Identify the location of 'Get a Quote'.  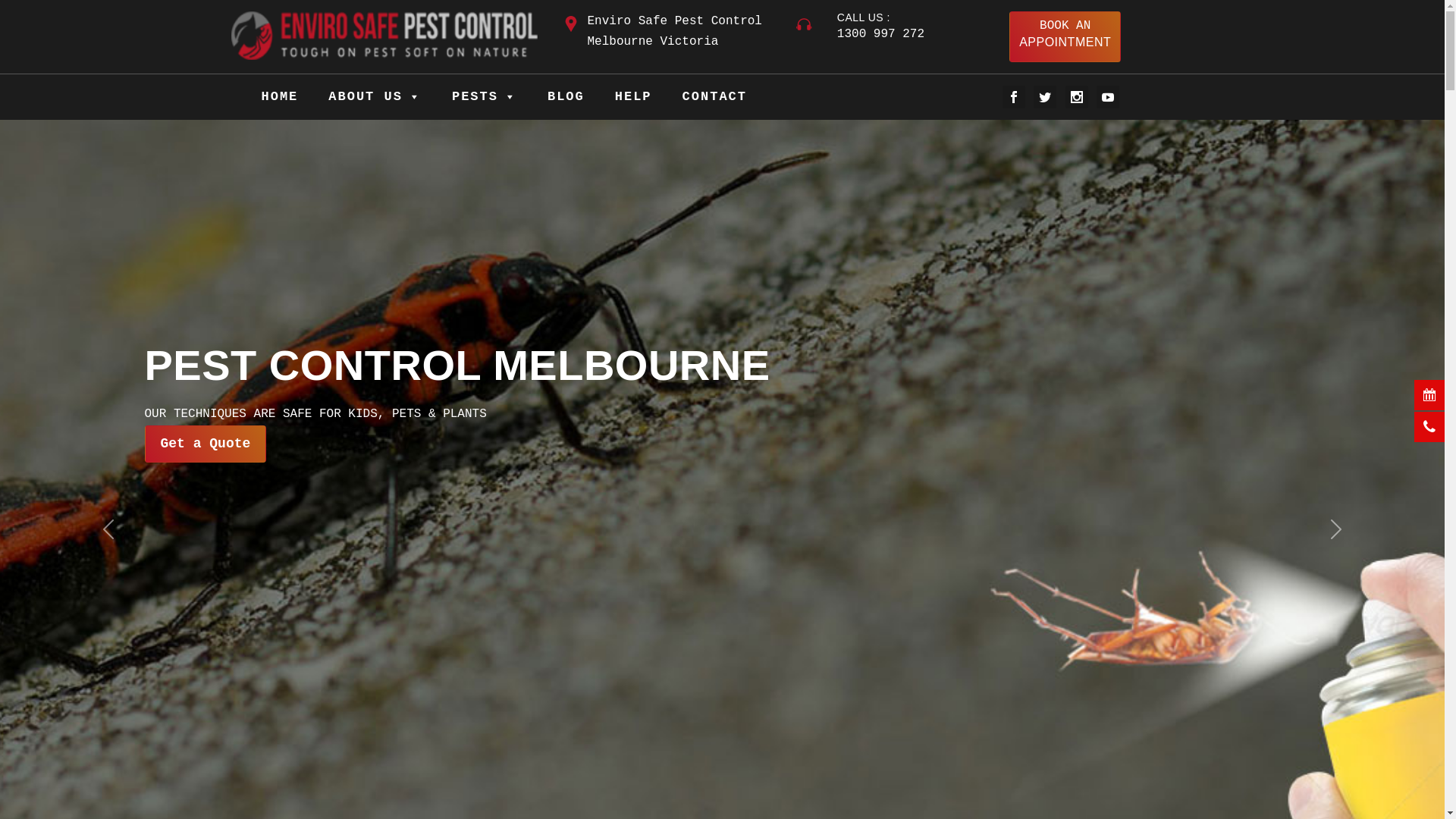
(144, 444).